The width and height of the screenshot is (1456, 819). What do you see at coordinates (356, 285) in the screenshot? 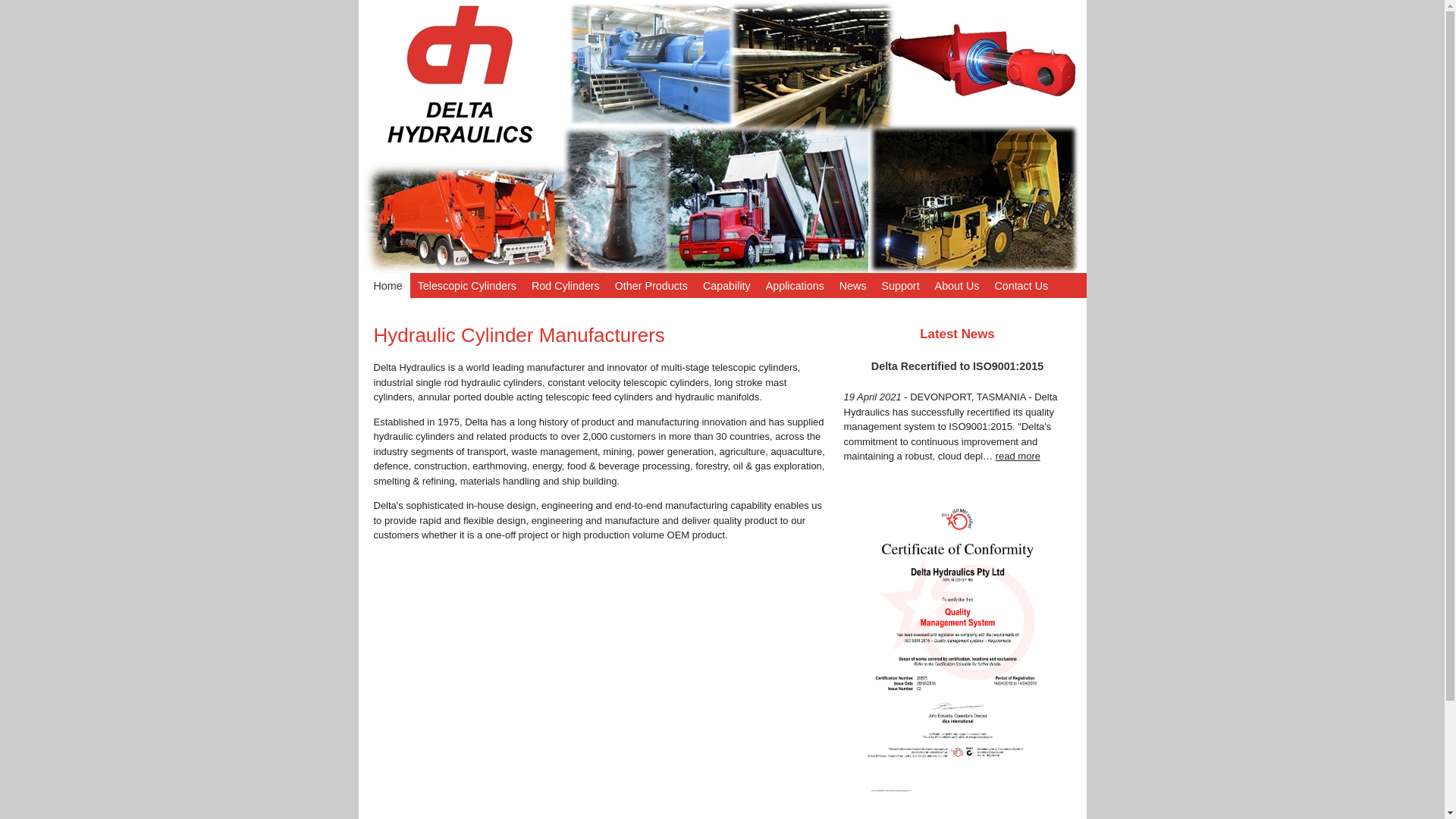
I see `'Home'` at bounding box center [356, 285].